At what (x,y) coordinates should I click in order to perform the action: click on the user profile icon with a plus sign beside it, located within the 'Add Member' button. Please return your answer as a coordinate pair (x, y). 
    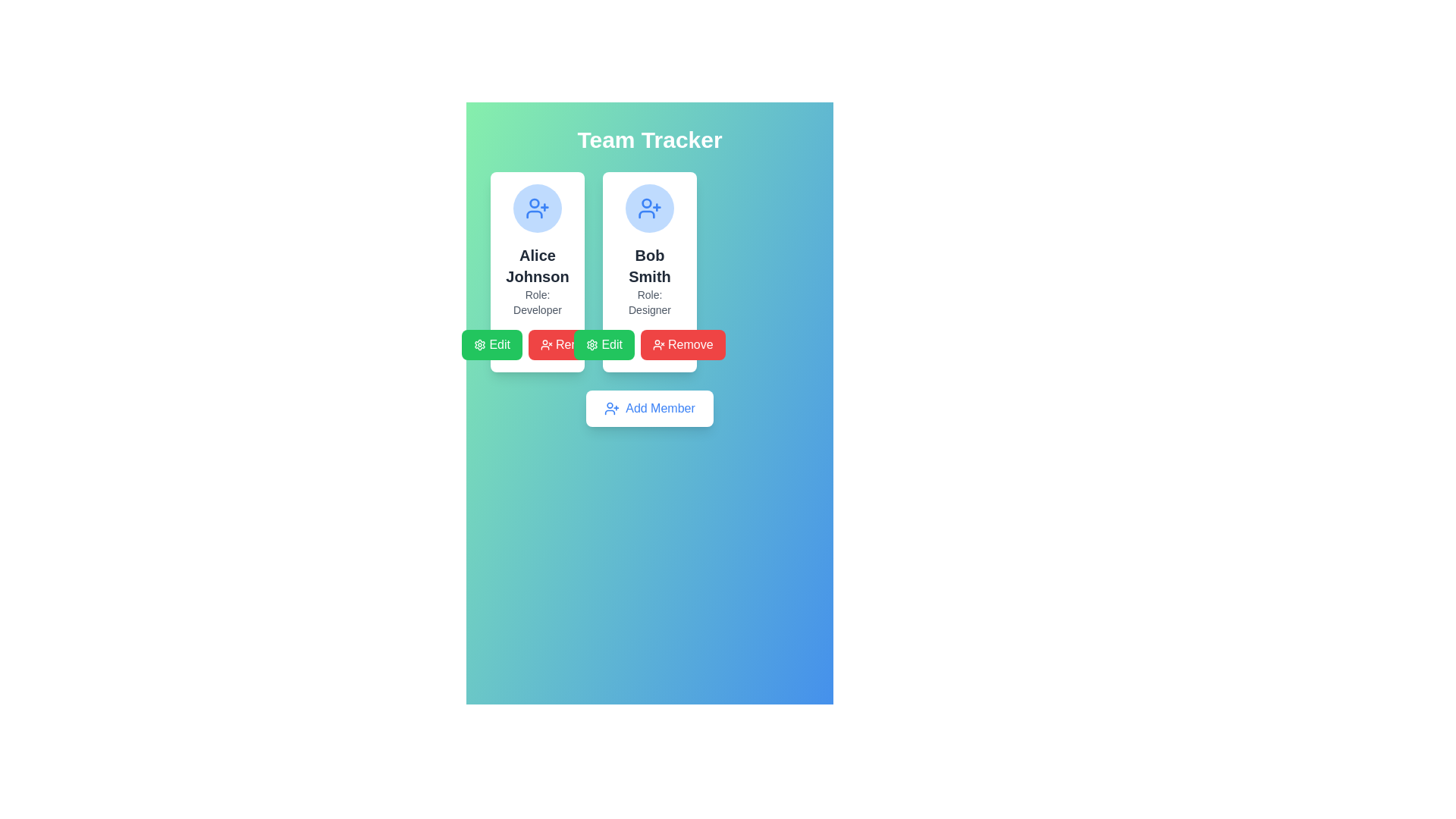
    Looking at the image, I should click on (612, 408).